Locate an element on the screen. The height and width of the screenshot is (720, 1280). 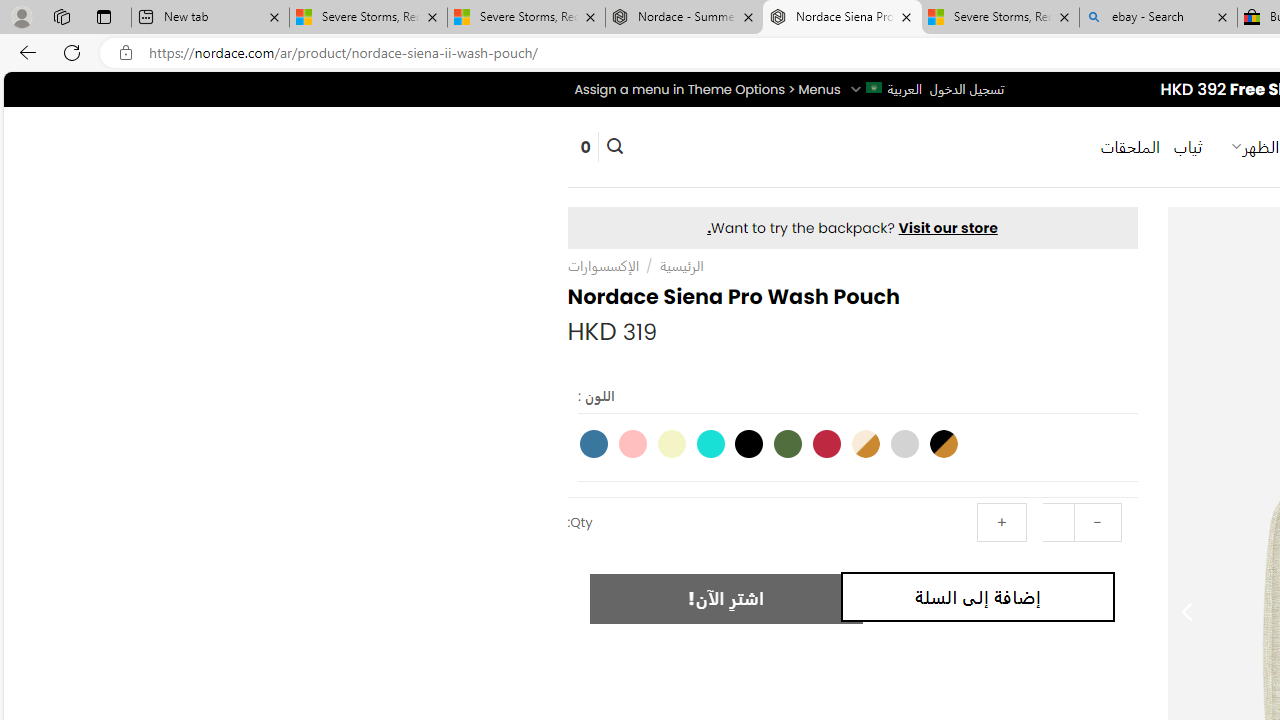
' 0' is located at coordinates (584, 145).